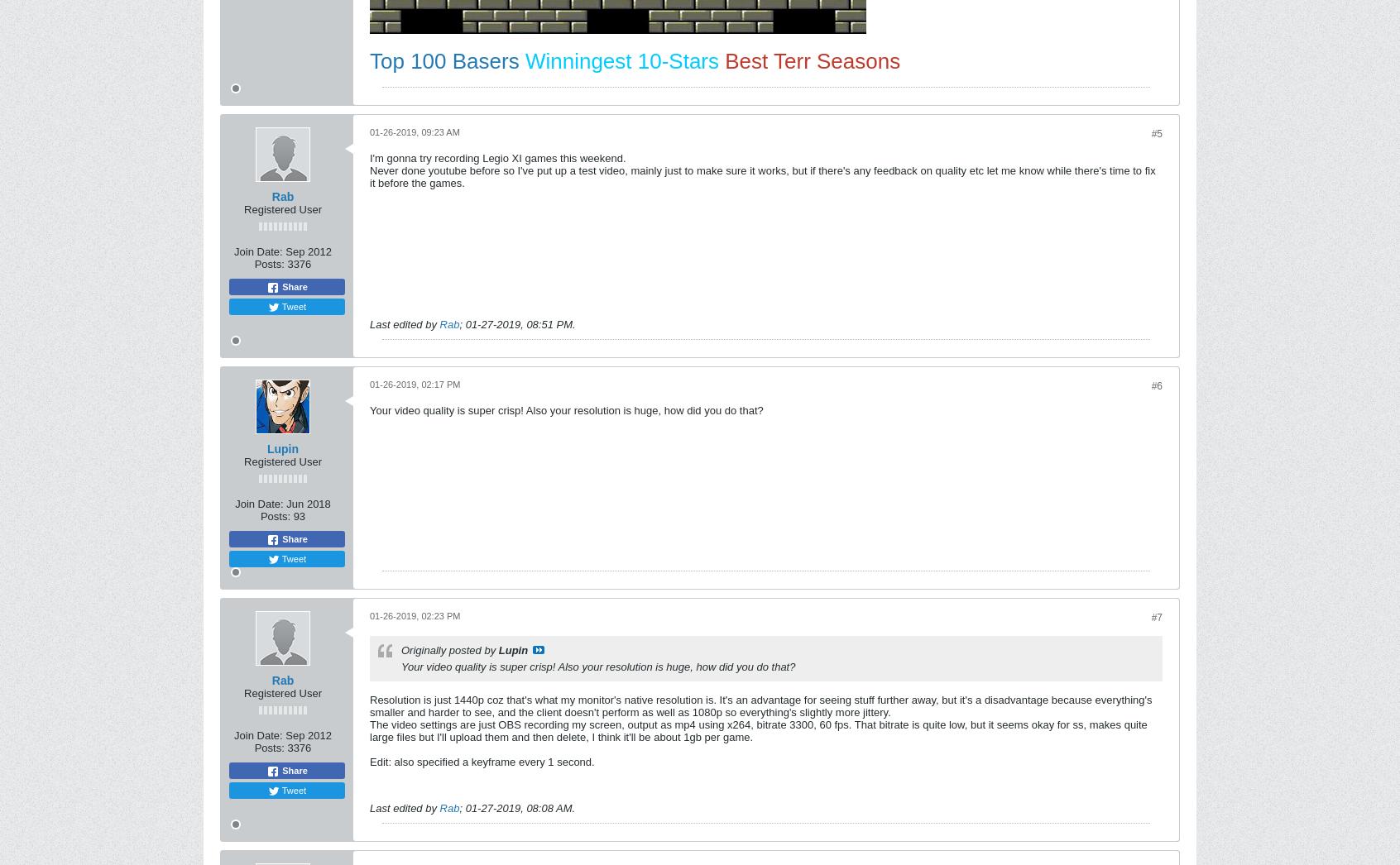 Image resolution: width=1400 pixels, height=865 pixels. What do you see at coordinates (757, 729) in the screenshot?
I see `'The video settings are just OBS recording my screen, output as mp4 using x264, bitrate 3300, 60 fps. That bitrate is quite low, but it seems okay for ss, makes quite large files but I'll upload them and then delete, I think it'll be about 1gb per game.'` at bounding box center [757, 729].